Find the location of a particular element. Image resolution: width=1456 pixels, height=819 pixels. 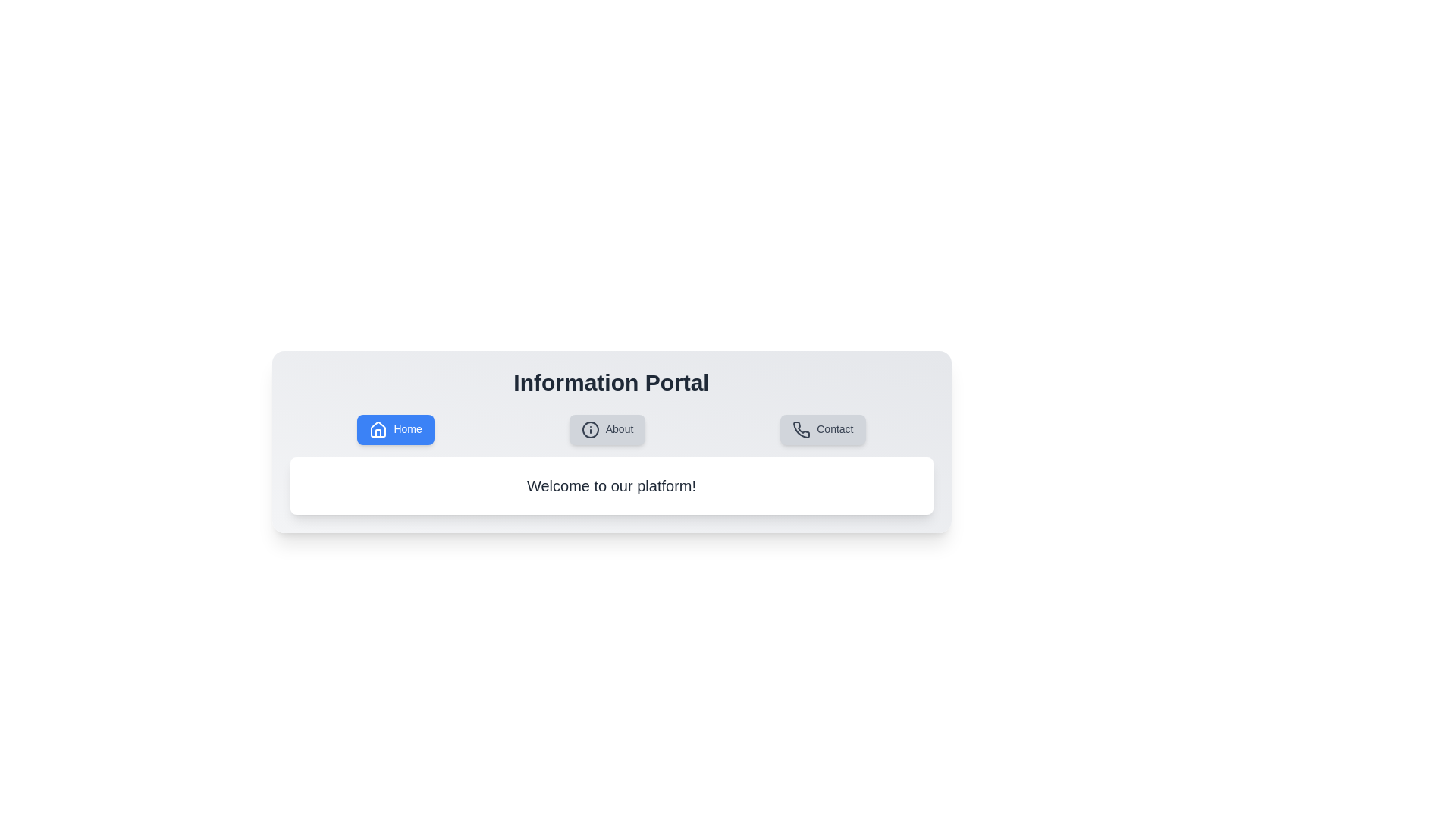

the visual attributes of the circular SVG element that symbolizes information, which is part of the 'About' button located between the 'home' and 'contact' buttons is located at coordinates (589, 430).